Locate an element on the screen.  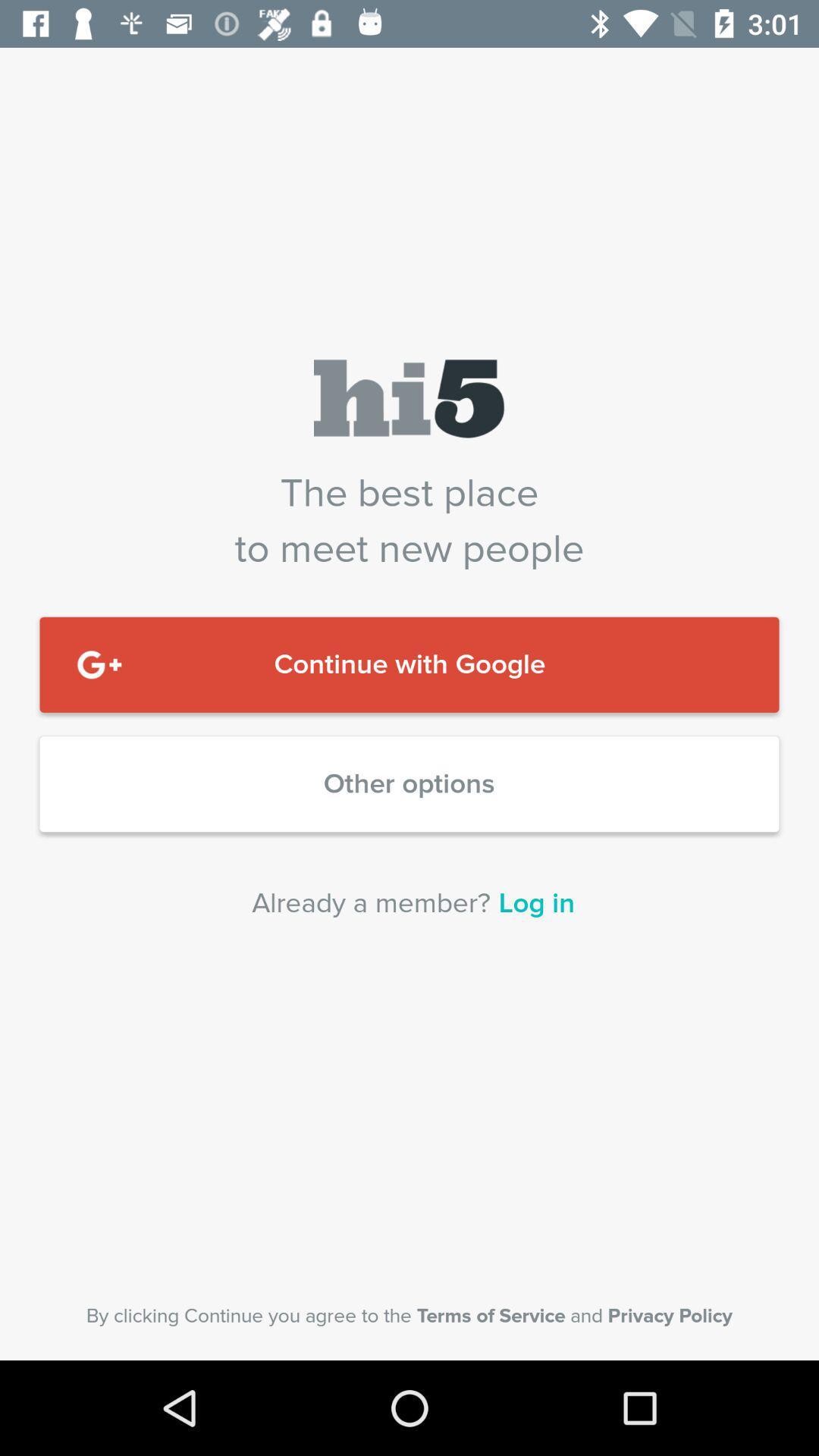
icon below already a member? icon is located at coordinates (409, 1315).